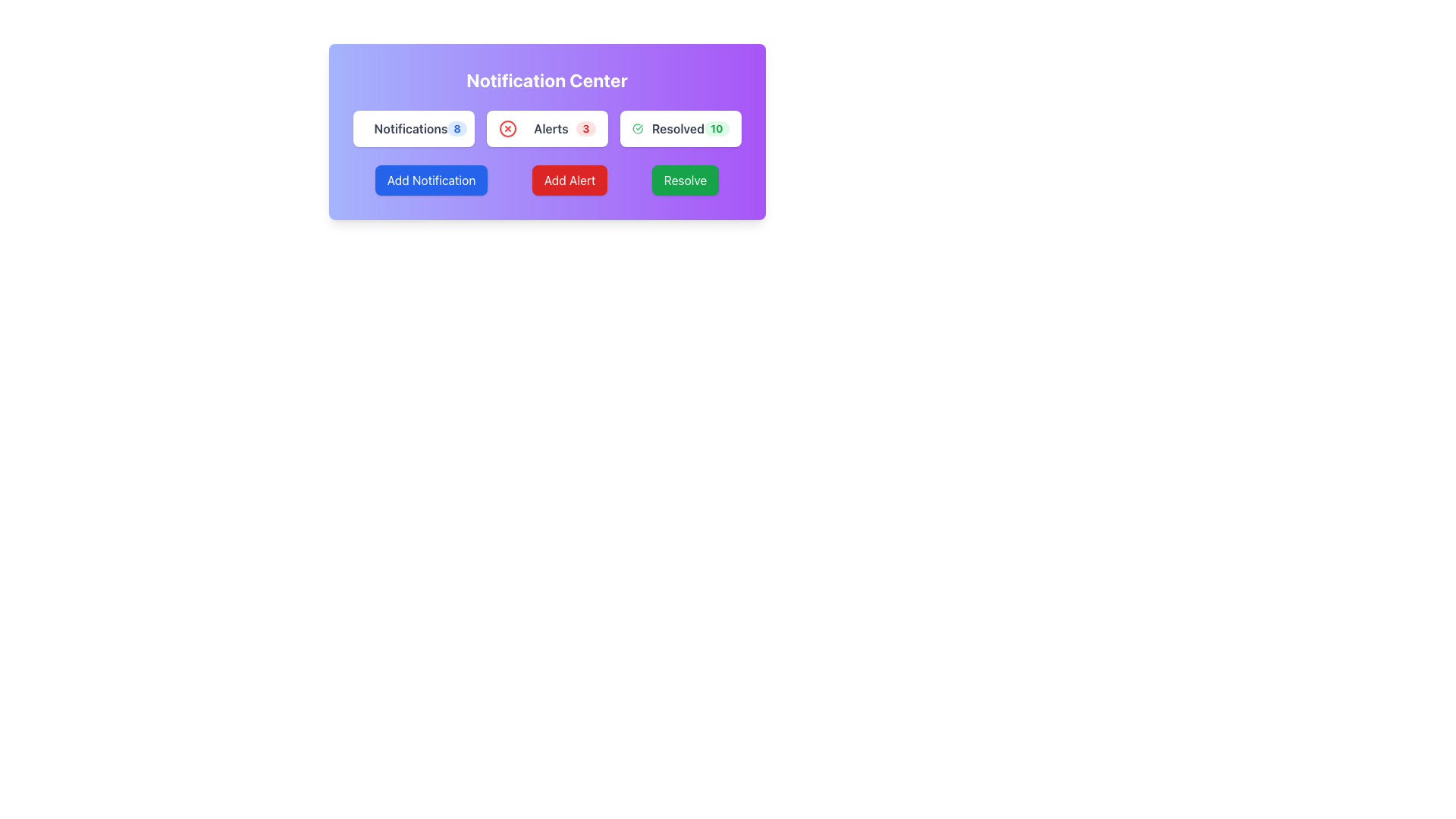  I want to click on the red 'Add Alert' button with white text, so click(569, 180).